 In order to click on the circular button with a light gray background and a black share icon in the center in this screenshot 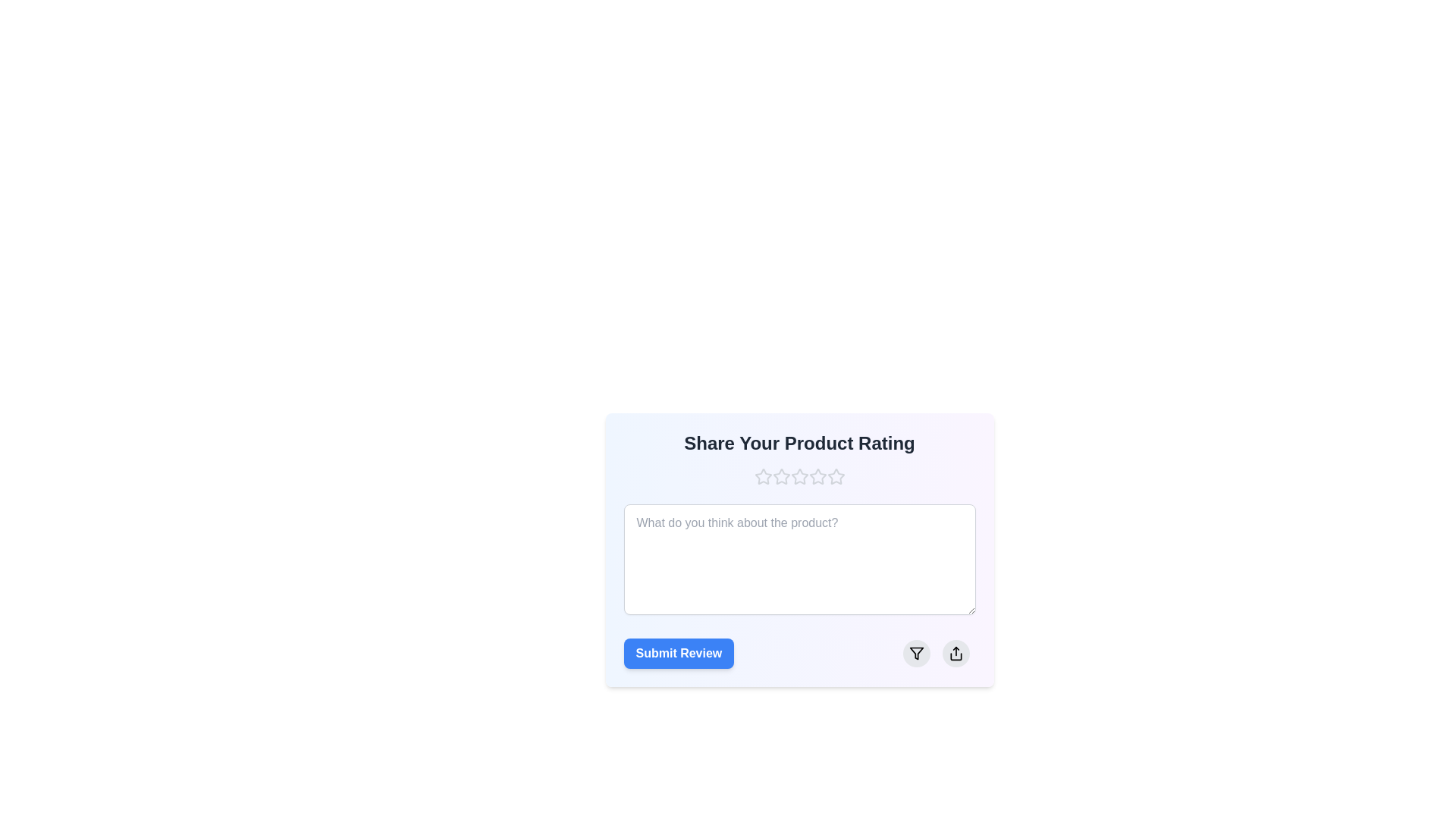, I will do `click(955, 652)`.